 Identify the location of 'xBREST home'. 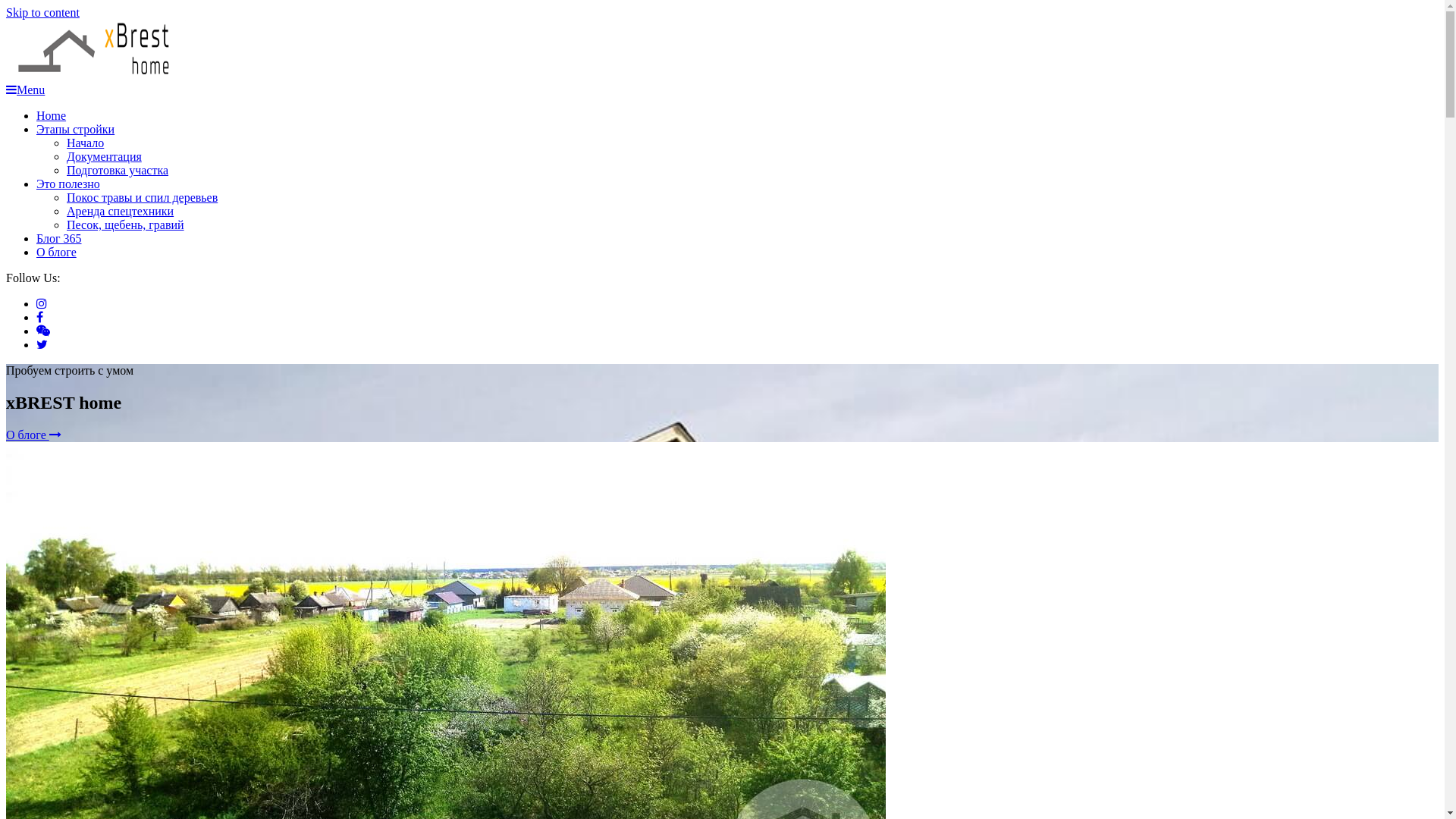
(82, 112).